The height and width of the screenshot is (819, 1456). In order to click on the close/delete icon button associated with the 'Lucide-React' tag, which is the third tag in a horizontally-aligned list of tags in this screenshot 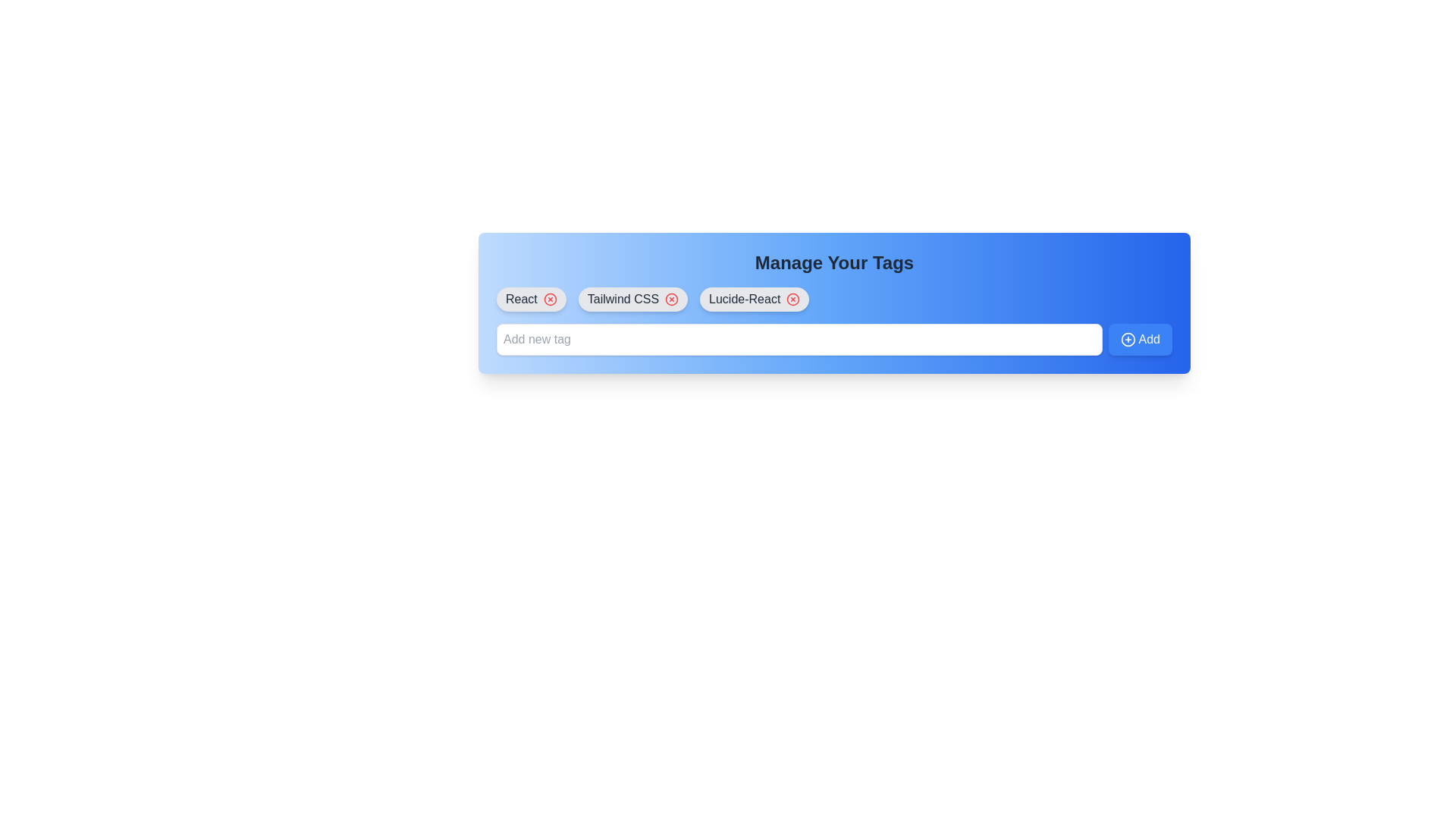, I will do `click(792, 299)`.